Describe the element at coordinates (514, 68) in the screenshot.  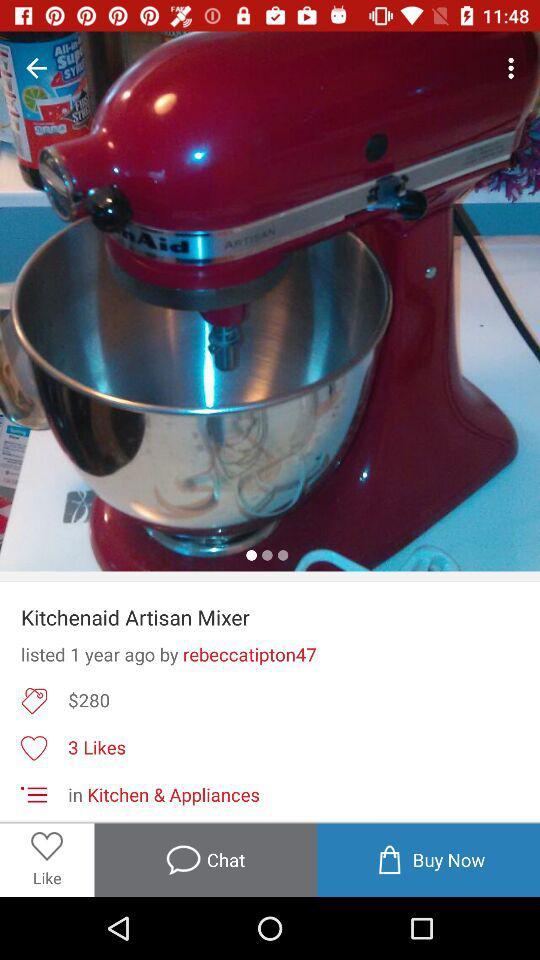
I see `the button with three dots` at that location.